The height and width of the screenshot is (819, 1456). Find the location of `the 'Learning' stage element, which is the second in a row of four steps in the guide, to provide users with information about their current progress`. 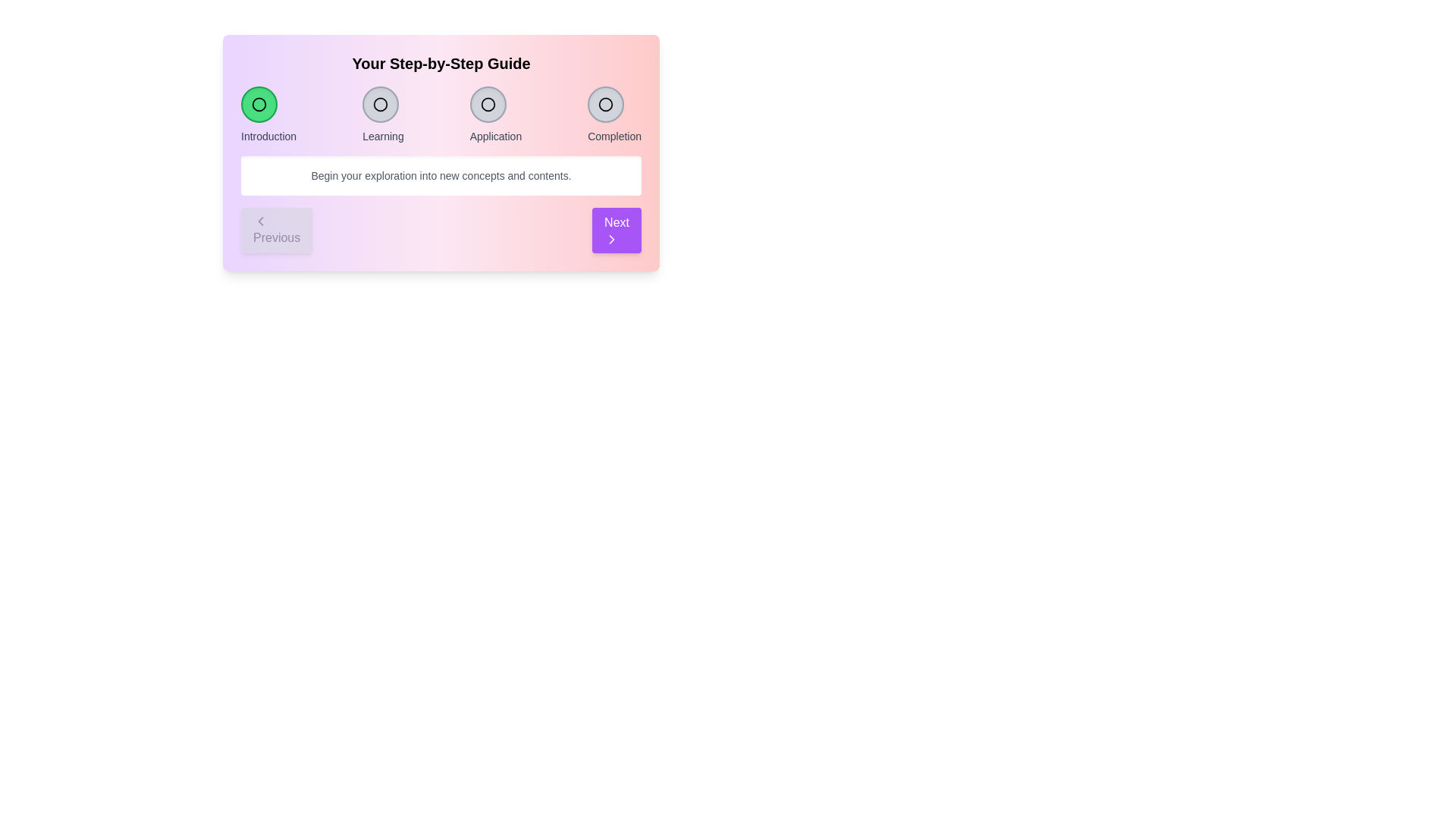

the 'Learning' stage element, which is the second in a row of four steps in the guide, to provide users with information about their current progress is located at coordinates (383, 114).